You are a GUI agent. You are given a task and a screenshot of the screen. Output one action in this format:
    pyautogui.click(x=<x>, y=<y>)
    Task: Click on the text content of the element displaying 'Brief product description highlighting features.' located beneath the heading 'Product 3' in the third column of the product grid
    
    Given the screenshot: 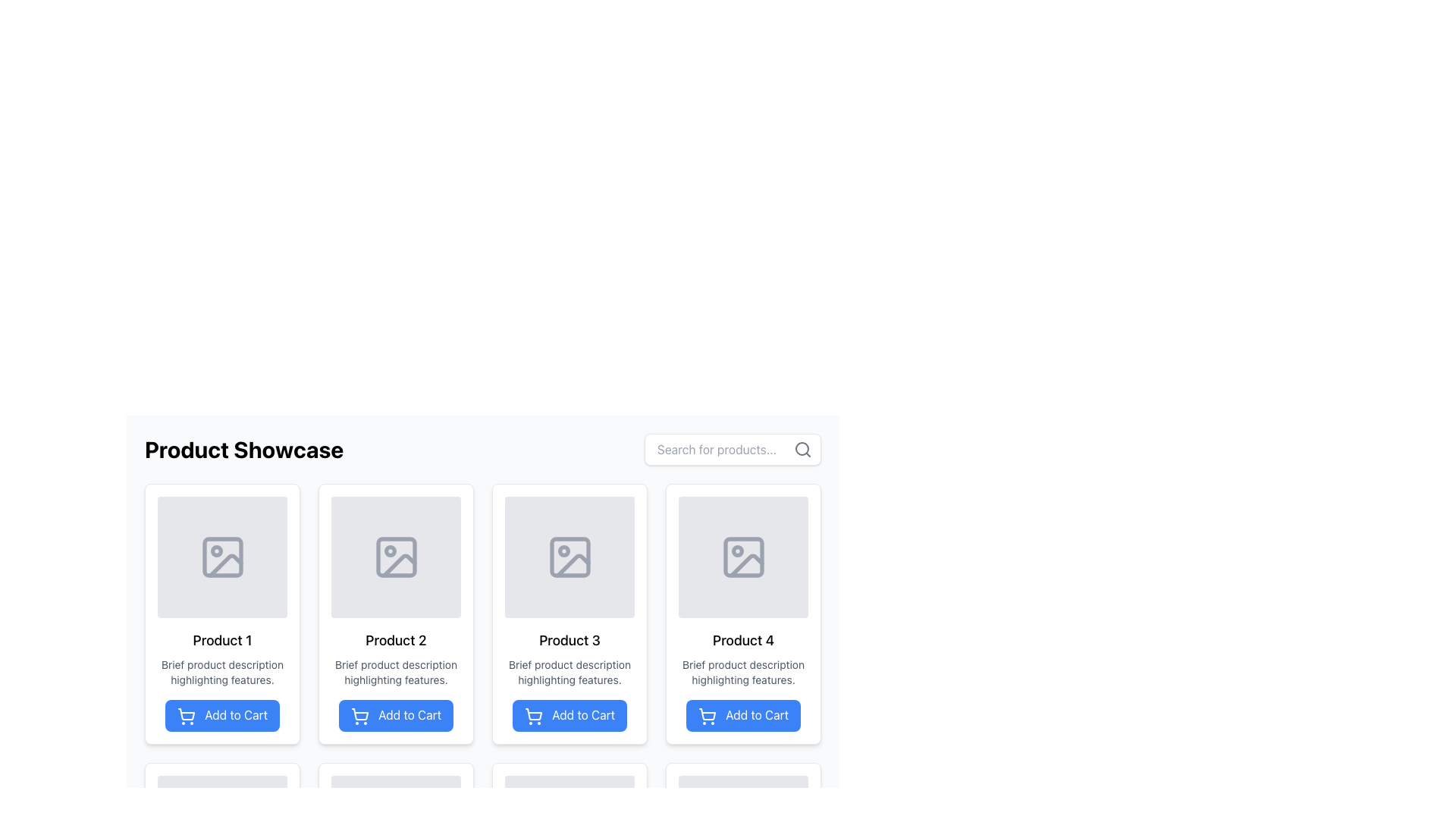 What is the action you would take?
    pyautogui.click(x=569, y=672)
    